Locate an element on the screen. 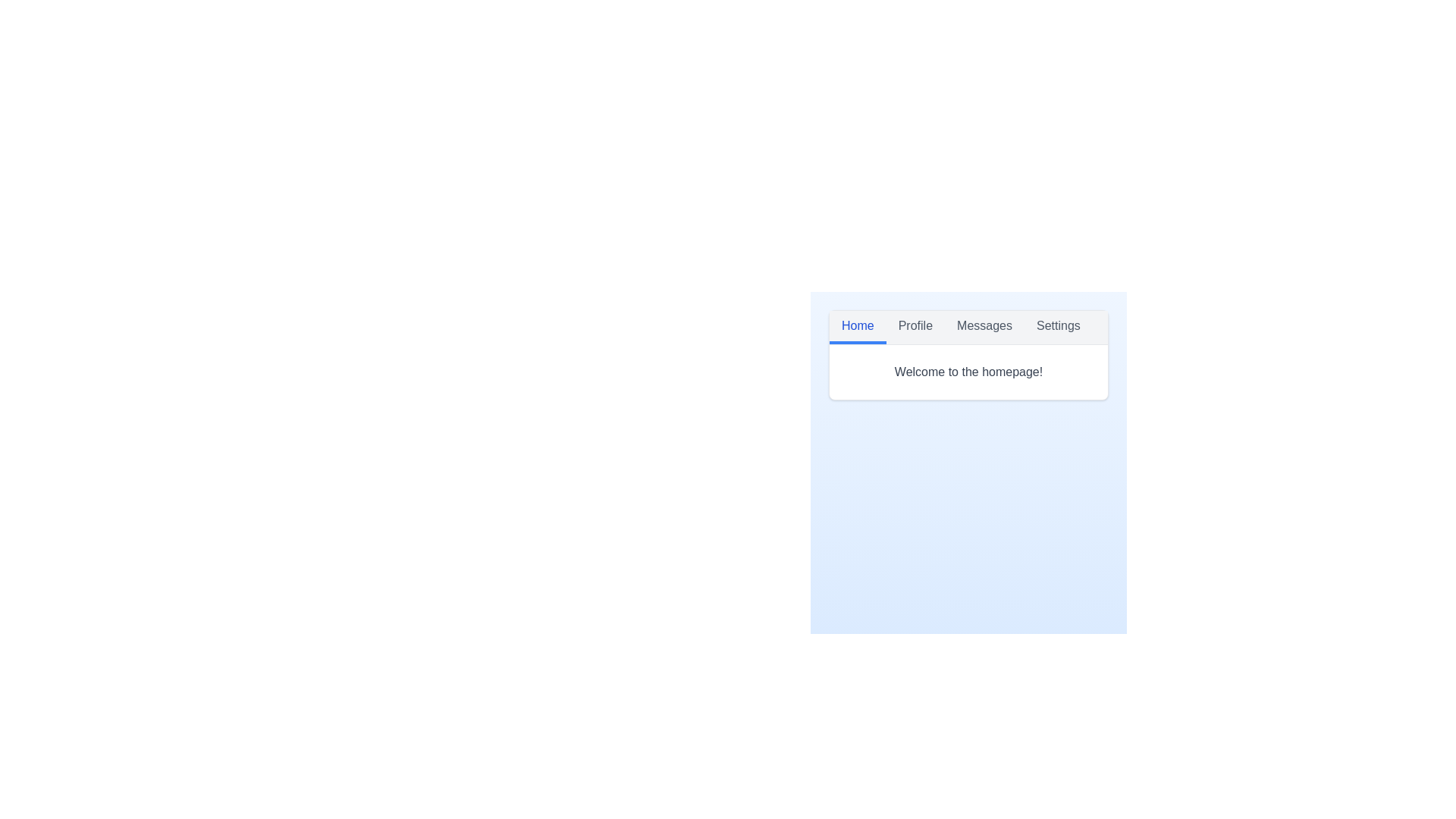 Image resolution: width=1456 pixels, height=819 pixels. the 'Settings' link in the top-right navigation menu is located at coordinates (1057, 327).